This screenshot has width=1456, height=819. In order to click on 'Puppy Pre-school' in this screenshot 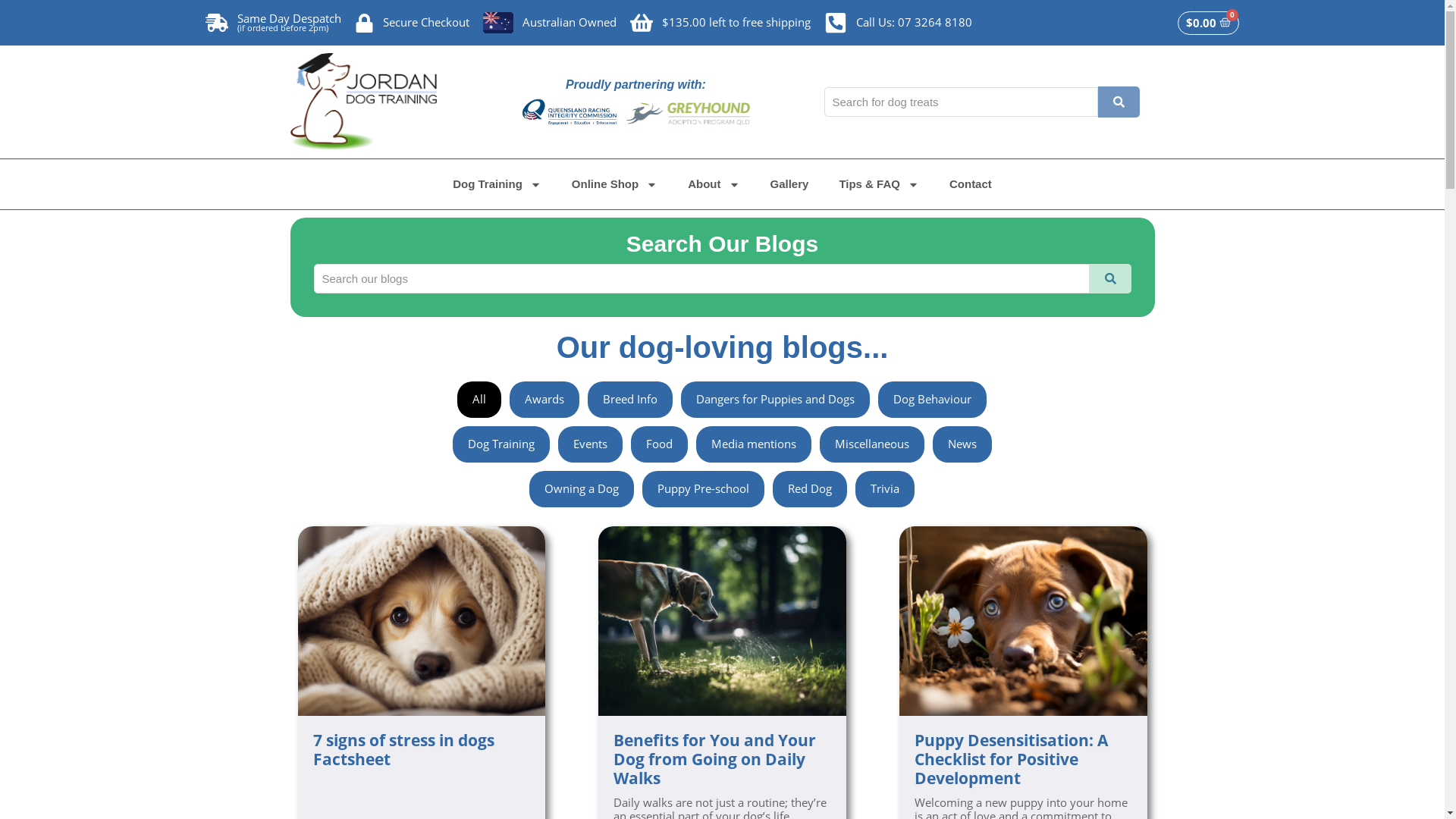, I will do `click(702, 488)`.